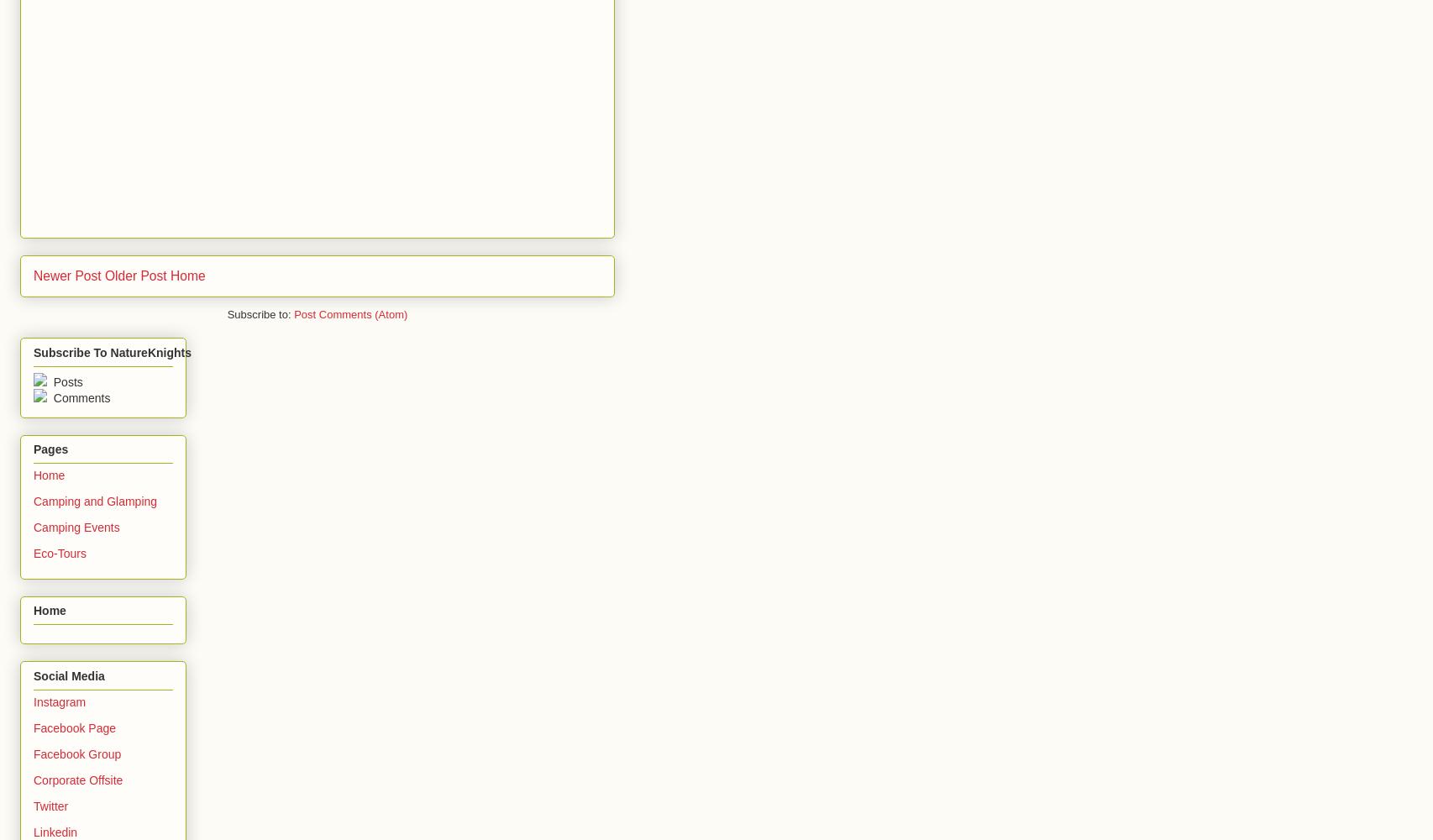 The width and height of the screenshot is (1433, 840). Describe the element at coordinates (60, 553) in the screenshot. I see `'Eco-Tours'` at that location.